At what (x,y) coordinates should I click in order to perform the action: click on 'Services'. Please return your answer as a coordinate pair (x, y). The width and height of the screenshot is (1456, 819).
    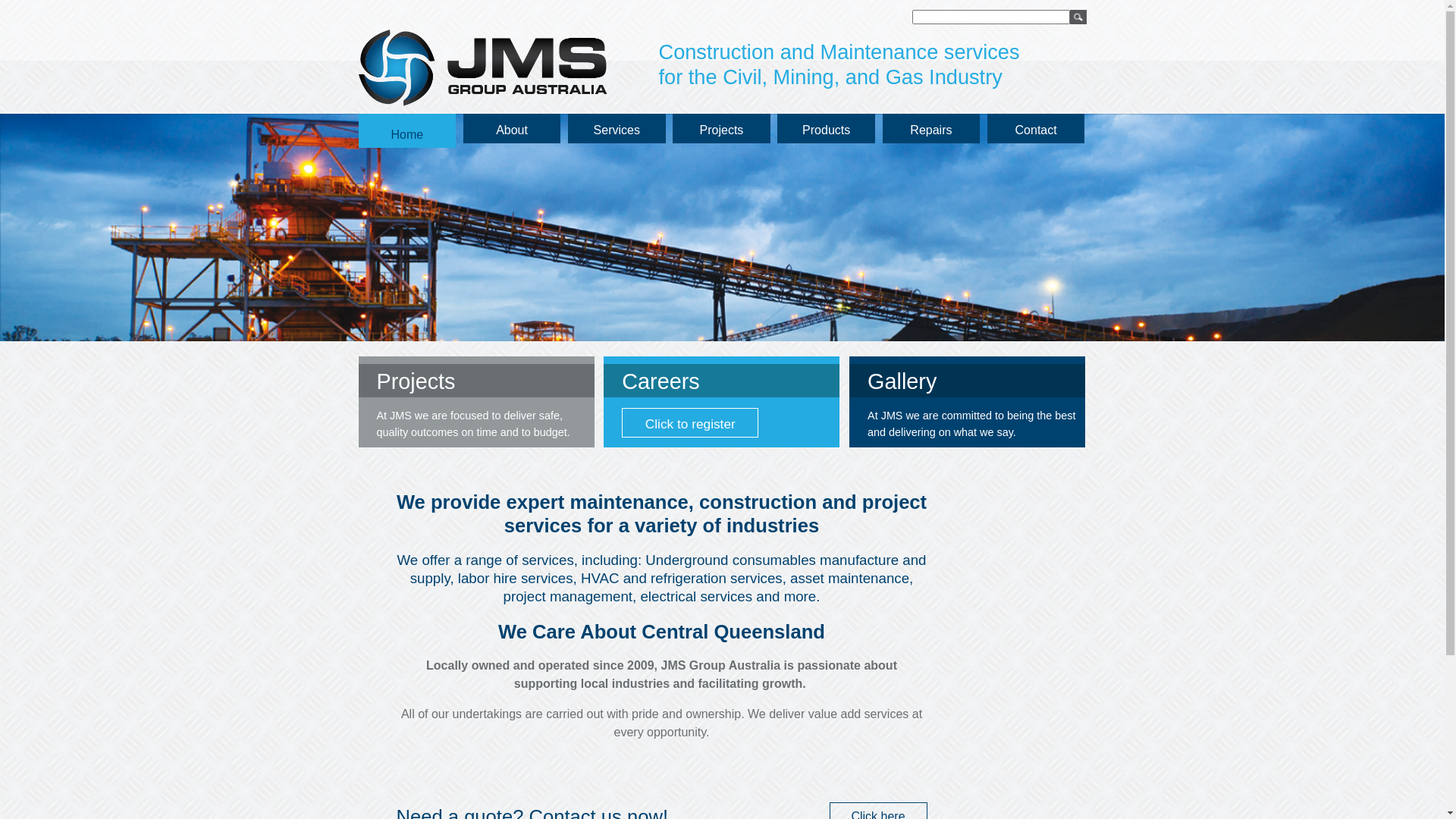
    Looking at the image, I should click on (617, 127).